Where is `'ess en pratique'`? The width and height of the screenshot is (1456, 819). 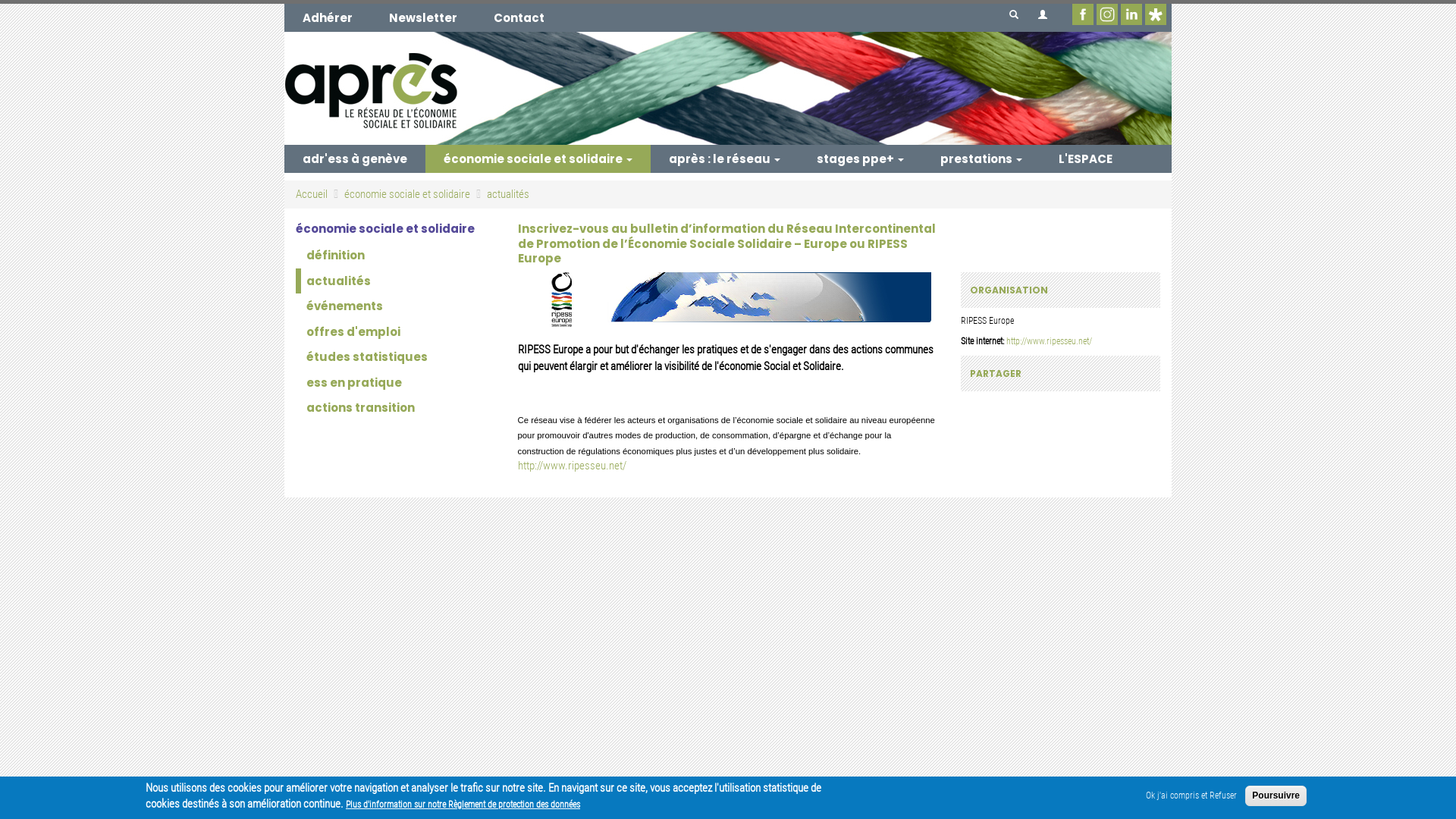 'ess en pratique' is located at coordinates (395, 381).